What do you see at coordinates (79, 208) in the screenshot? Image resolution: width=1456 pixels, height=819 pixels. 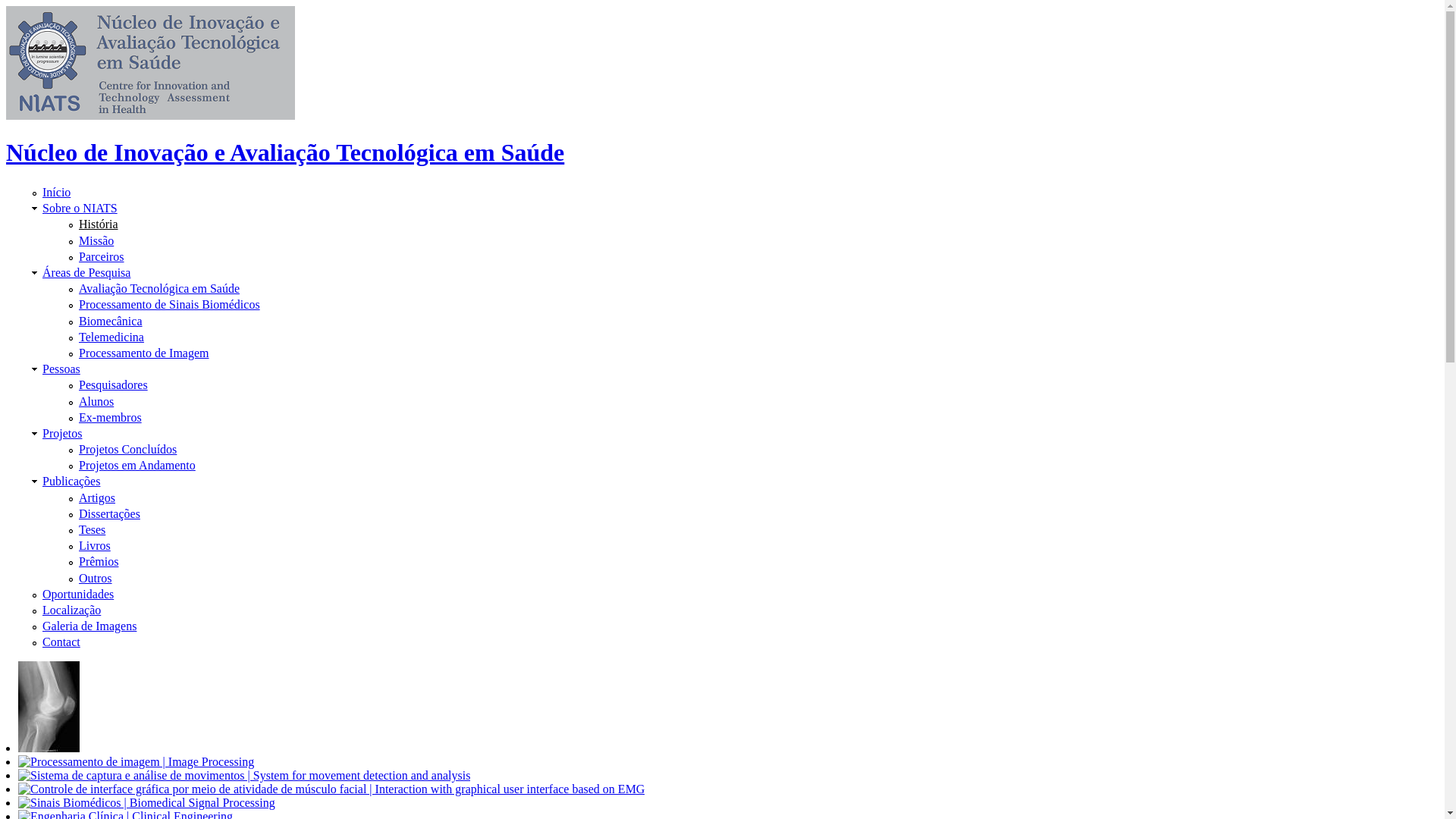 I see `'Sobre o NIATS'` at bounding box center [79, 208].